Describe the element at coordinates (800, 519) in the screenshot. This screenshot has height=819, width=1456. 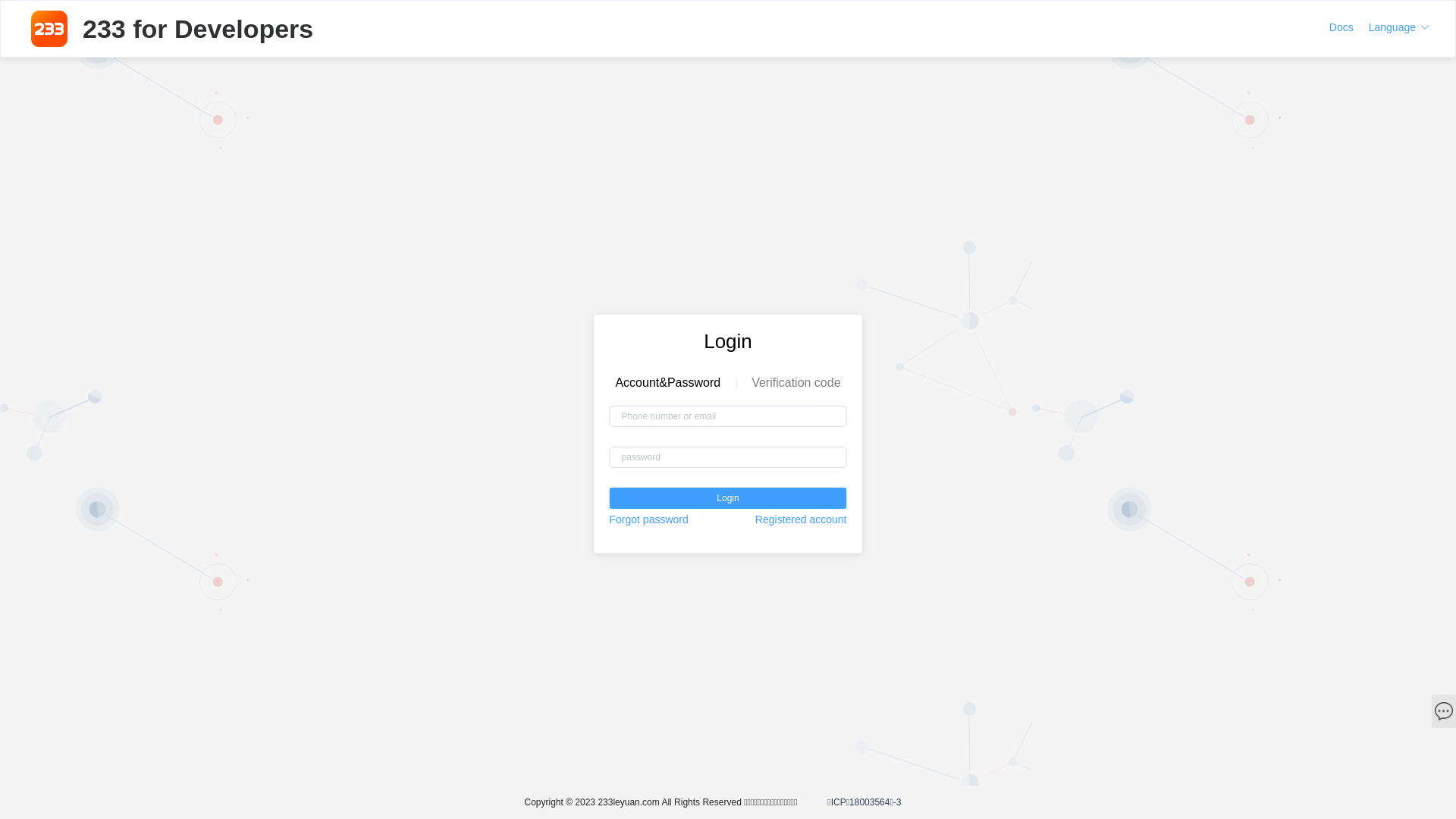
I see `'Registered account'` at that location.